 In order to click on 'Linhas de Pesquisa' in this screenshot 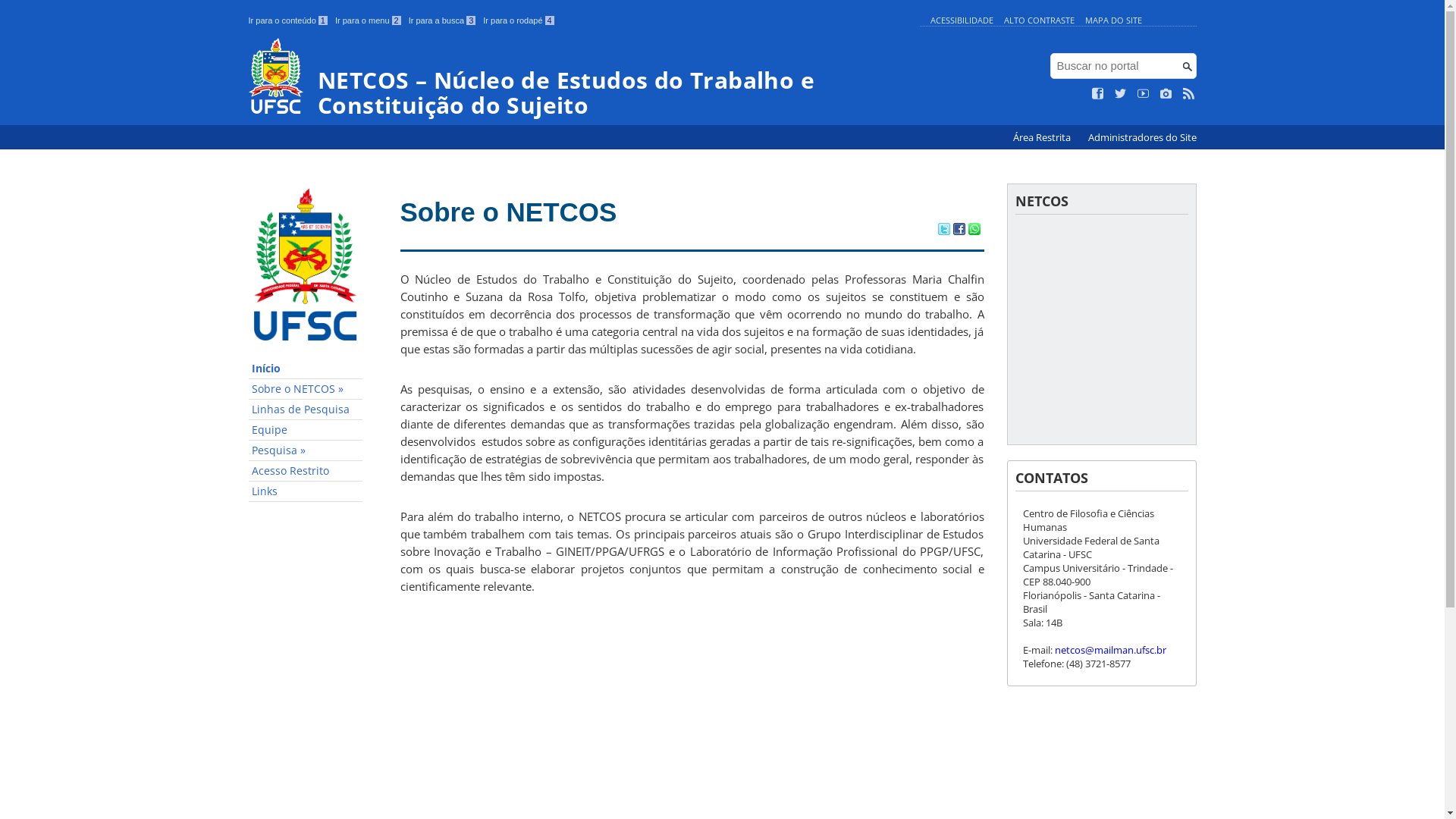, I will do `click(305, 409)`.